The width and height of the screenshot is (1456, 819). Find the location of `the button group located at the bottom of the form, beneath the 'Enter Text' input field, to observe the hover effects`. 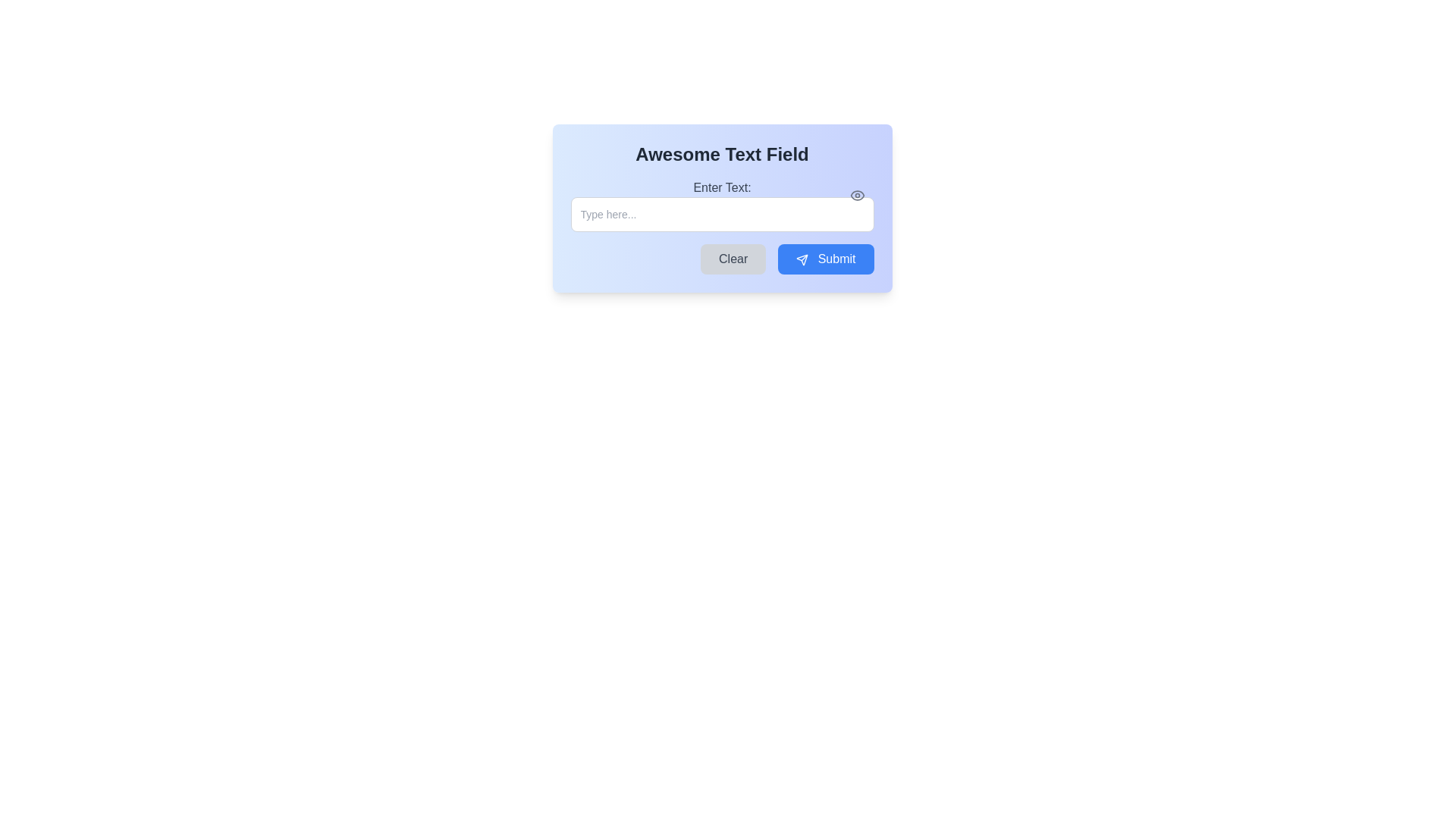

the button group located at the bottom of the form, beneath the 'Enter Text' input field, to observe the hover effects is located at coordinates (721, 259).